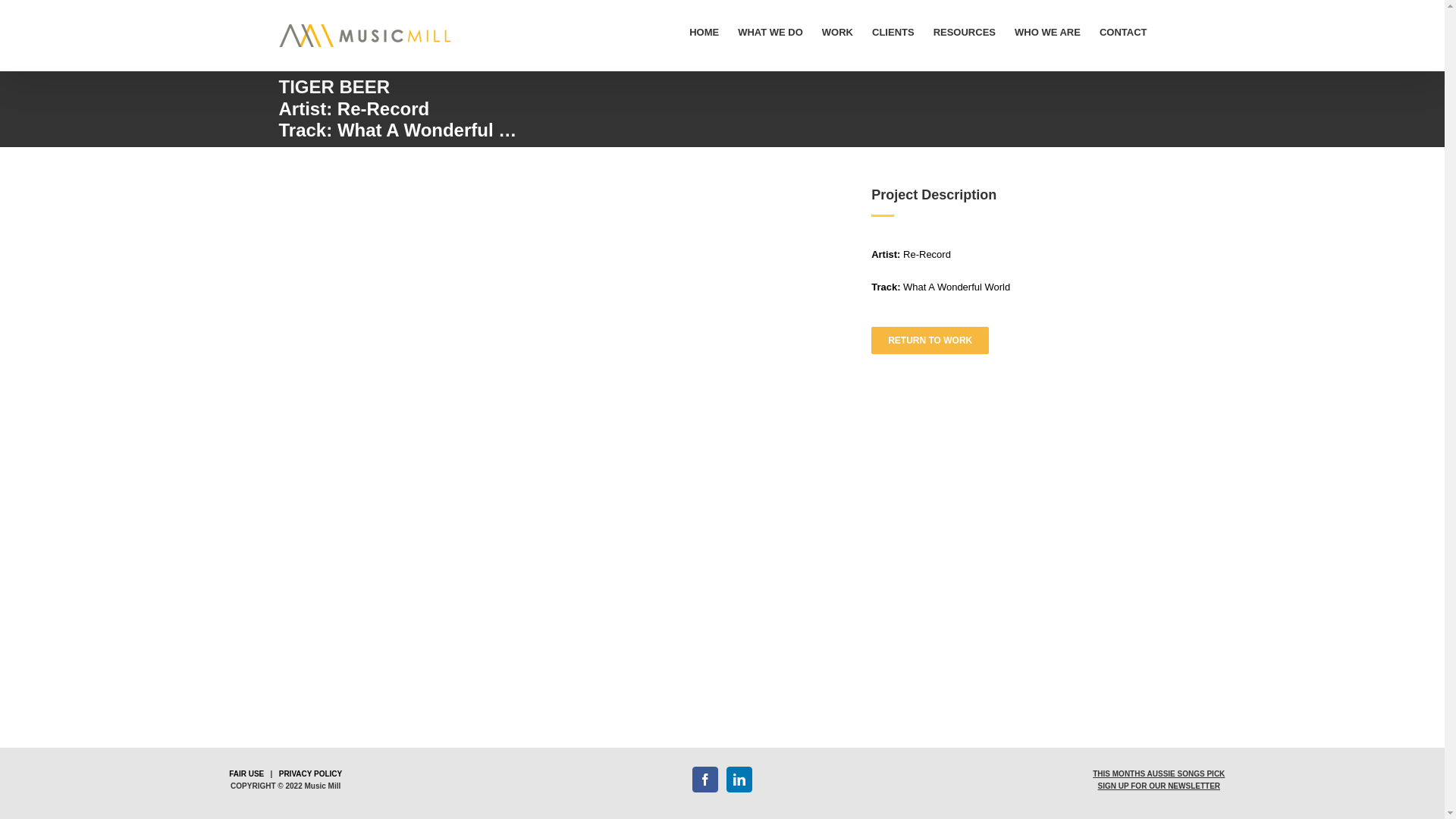 The height and width of the screenshot is (819, 1456). I want to click on 'WHAT WE DO', so click(770, 32).